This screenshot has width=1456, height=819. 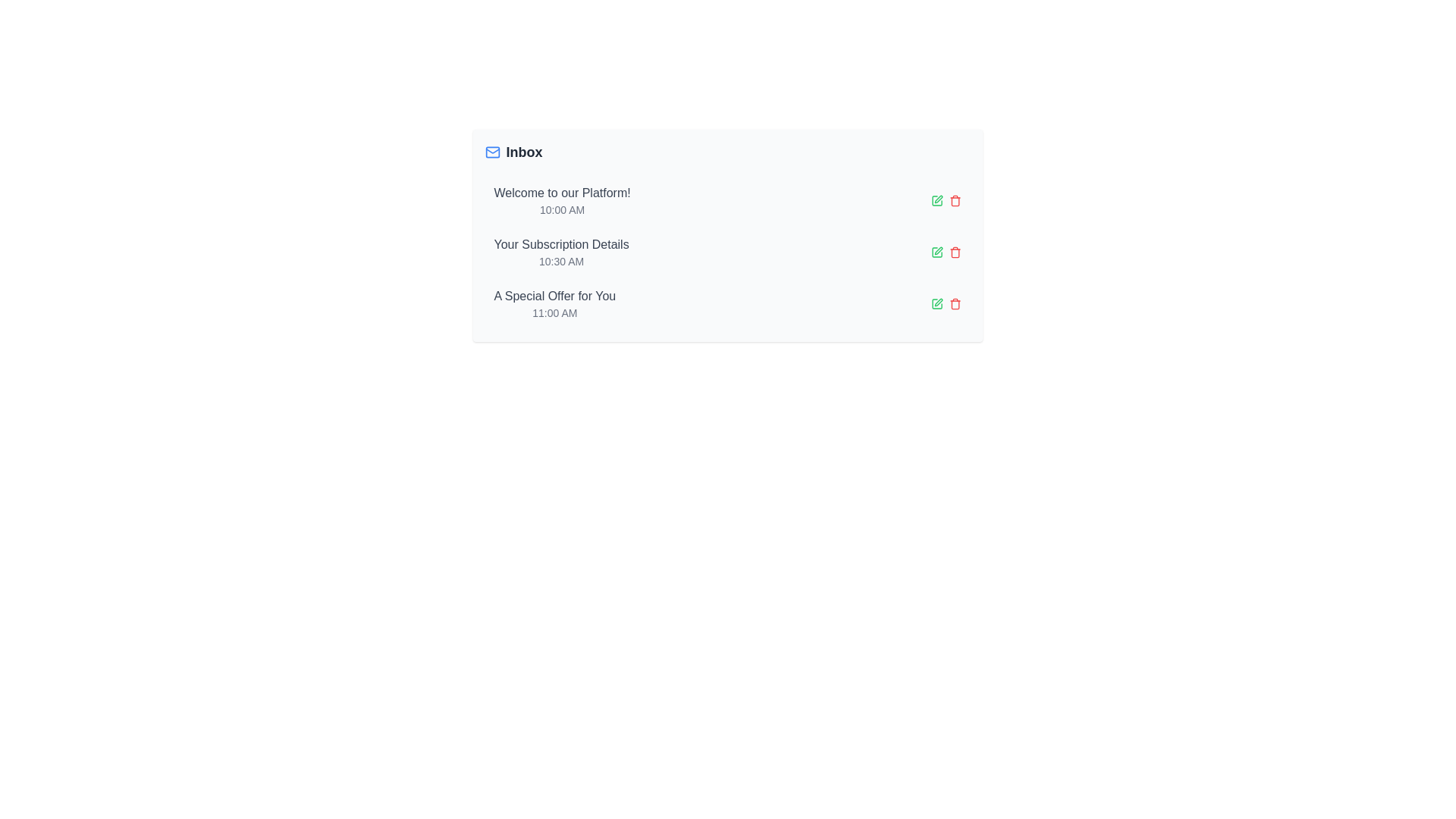 What do you see at coordinates (936, 251) in the screenshot?
I see `the green square-shaped icon located at the right-most side of the second list item in the interface` at bounding box center [936, 251].